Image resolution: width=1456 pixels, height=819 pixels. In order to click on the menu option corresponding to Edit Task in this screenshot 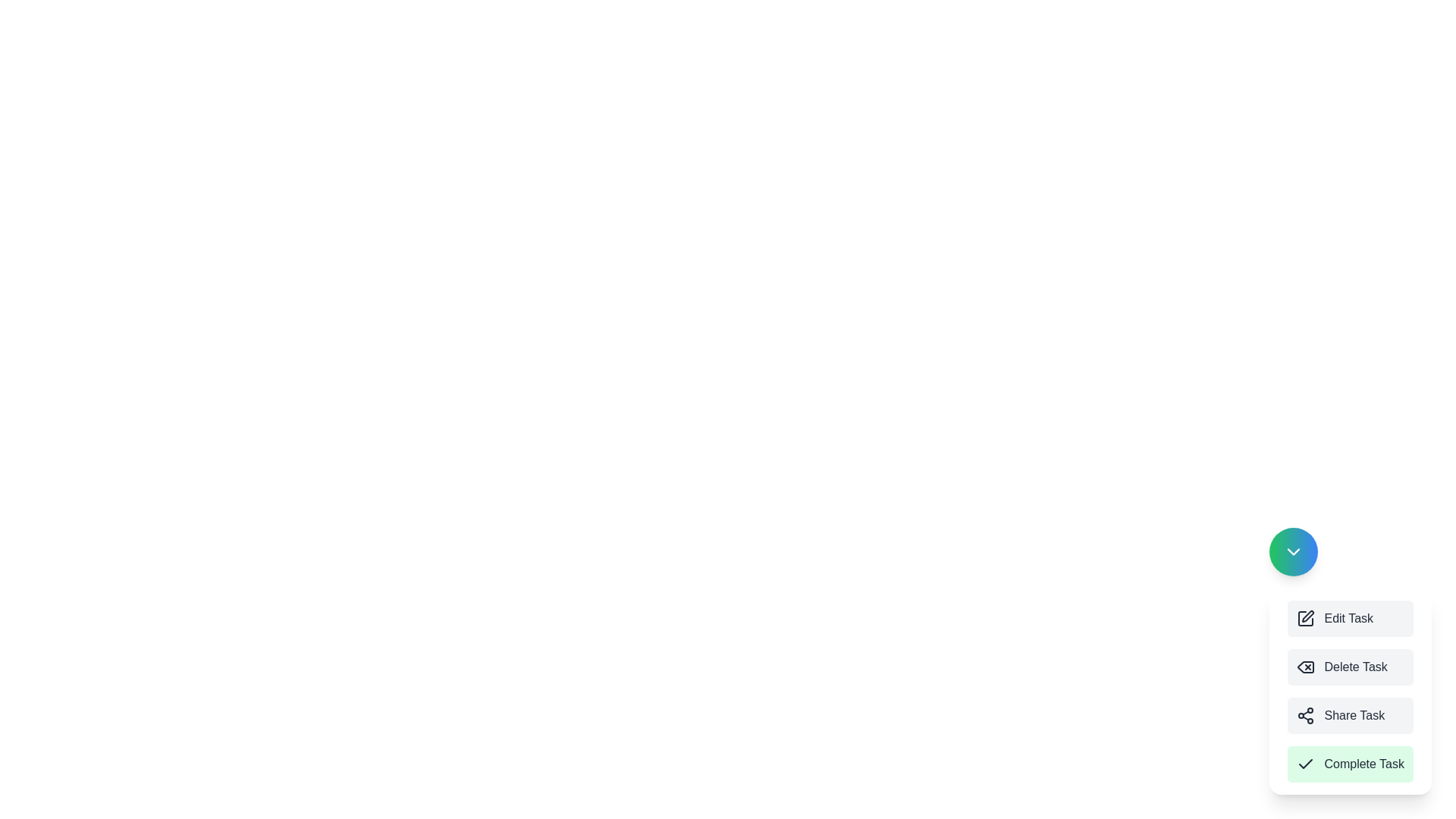, I will do `click(1351, 619)`.